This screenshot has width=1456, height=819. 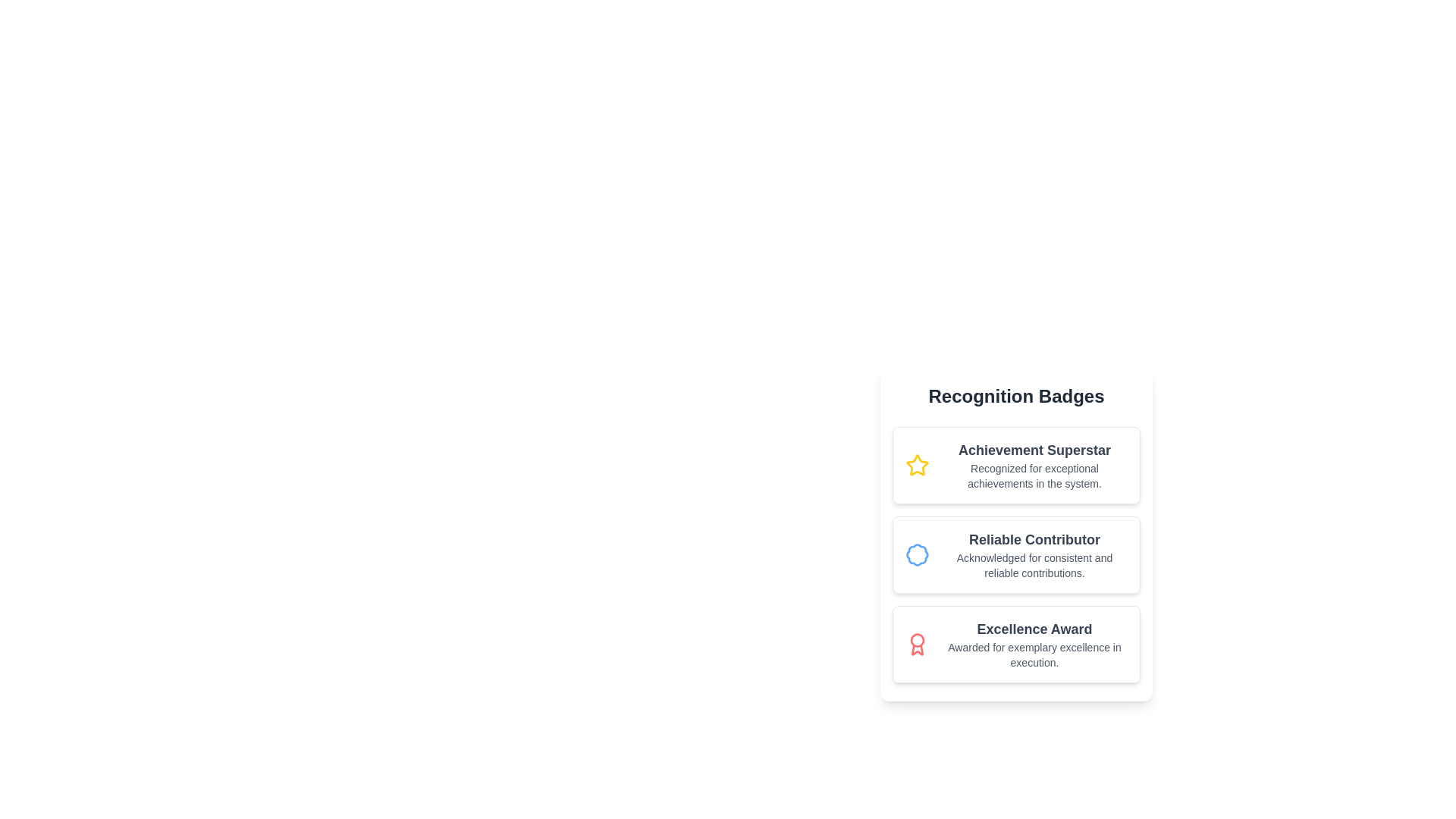 I want to click on the red award medallion icon for the 'Excellence Award' located, so click(x=923, y=644).